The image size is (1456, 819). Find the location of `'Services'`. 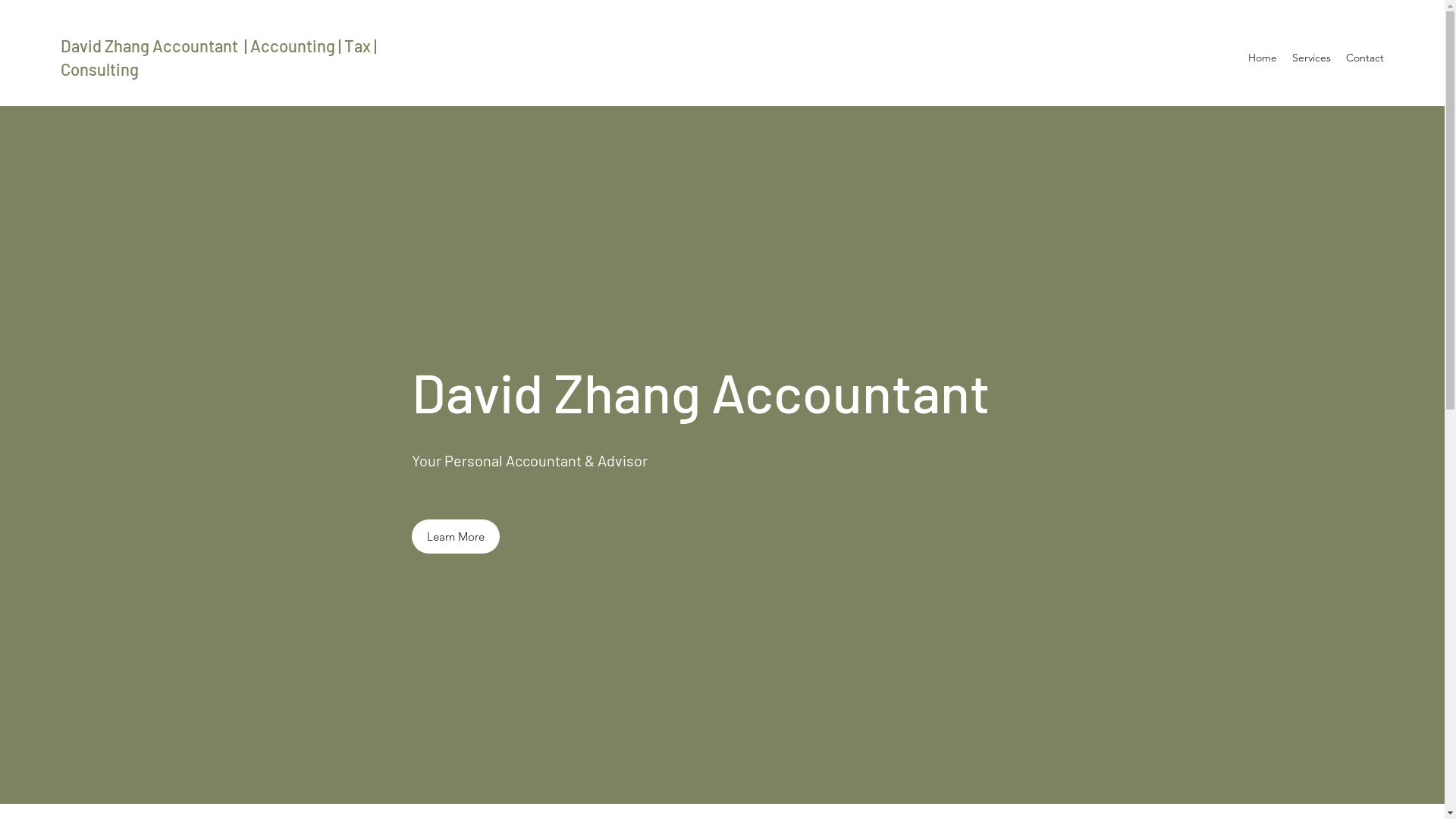

'Services' is located at coordinates (1310, 57).